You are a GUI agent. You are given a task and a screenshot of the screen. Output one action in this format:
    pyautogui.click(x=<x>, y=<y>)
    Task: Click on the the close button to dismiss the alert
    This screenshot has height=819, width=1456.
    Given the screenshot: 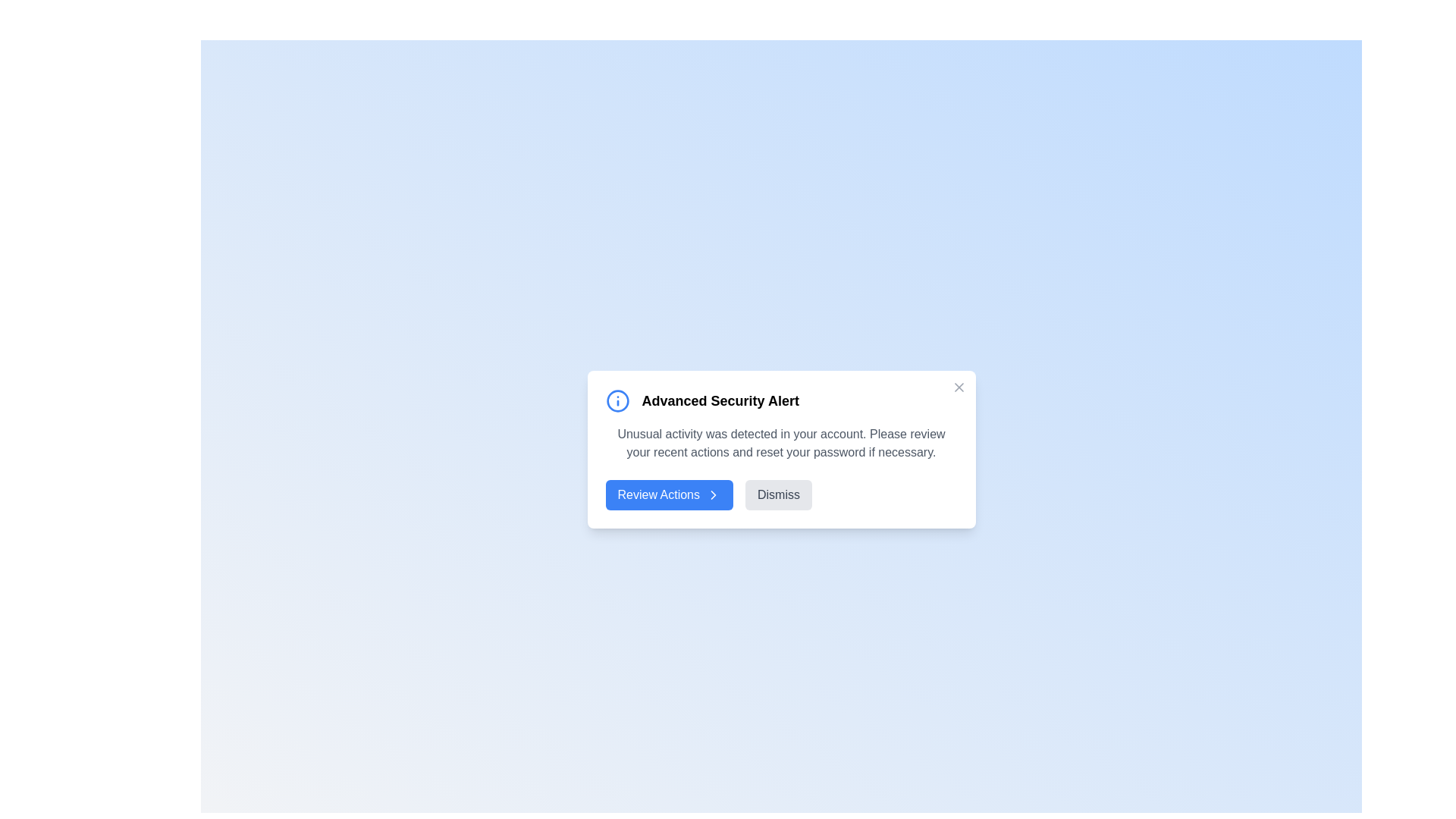 What is the action you would take?
    pyautogui.click(x=958, y=386)
    